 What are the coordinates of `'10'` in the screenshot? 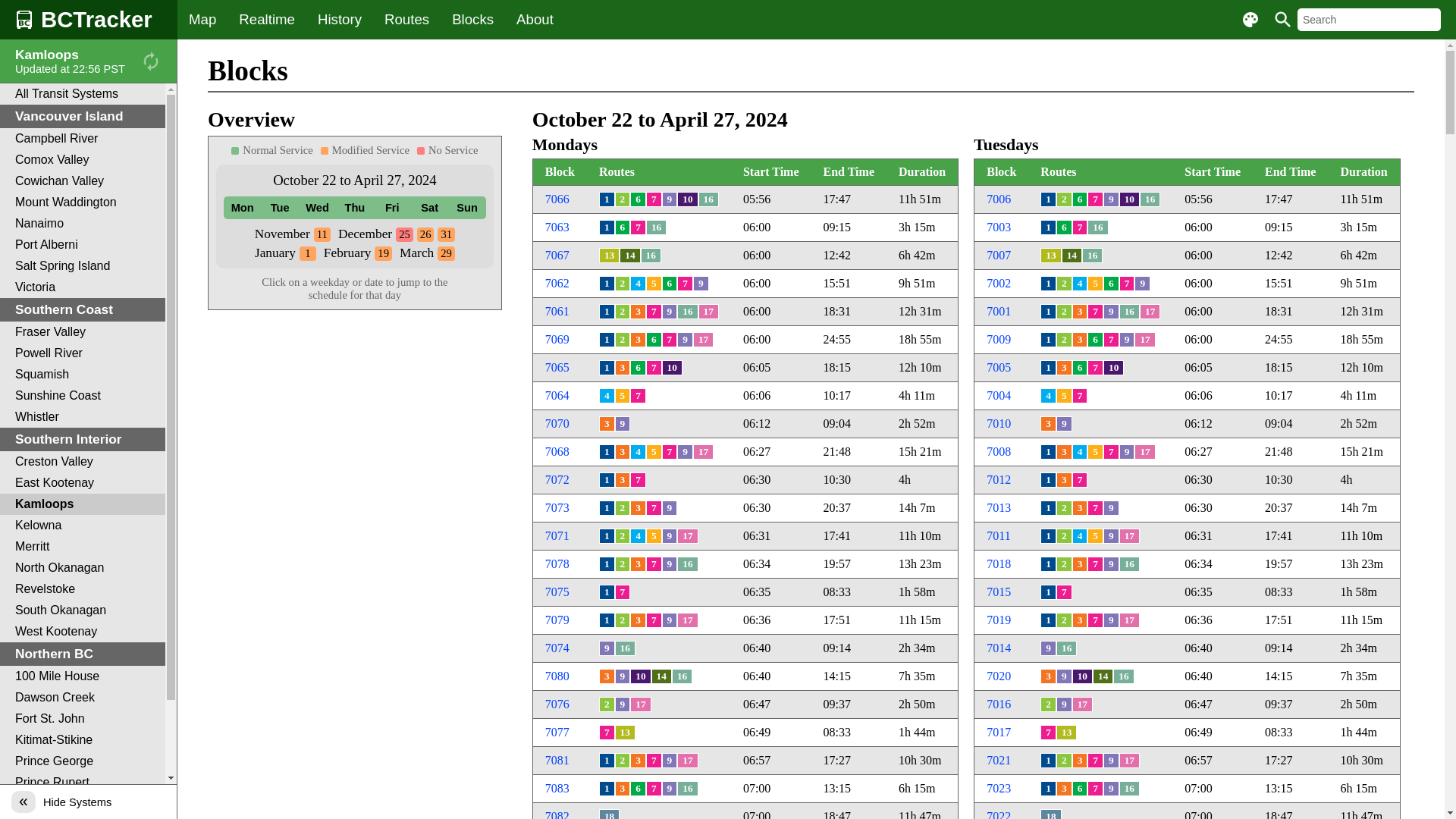 It's located at (1119, 198).